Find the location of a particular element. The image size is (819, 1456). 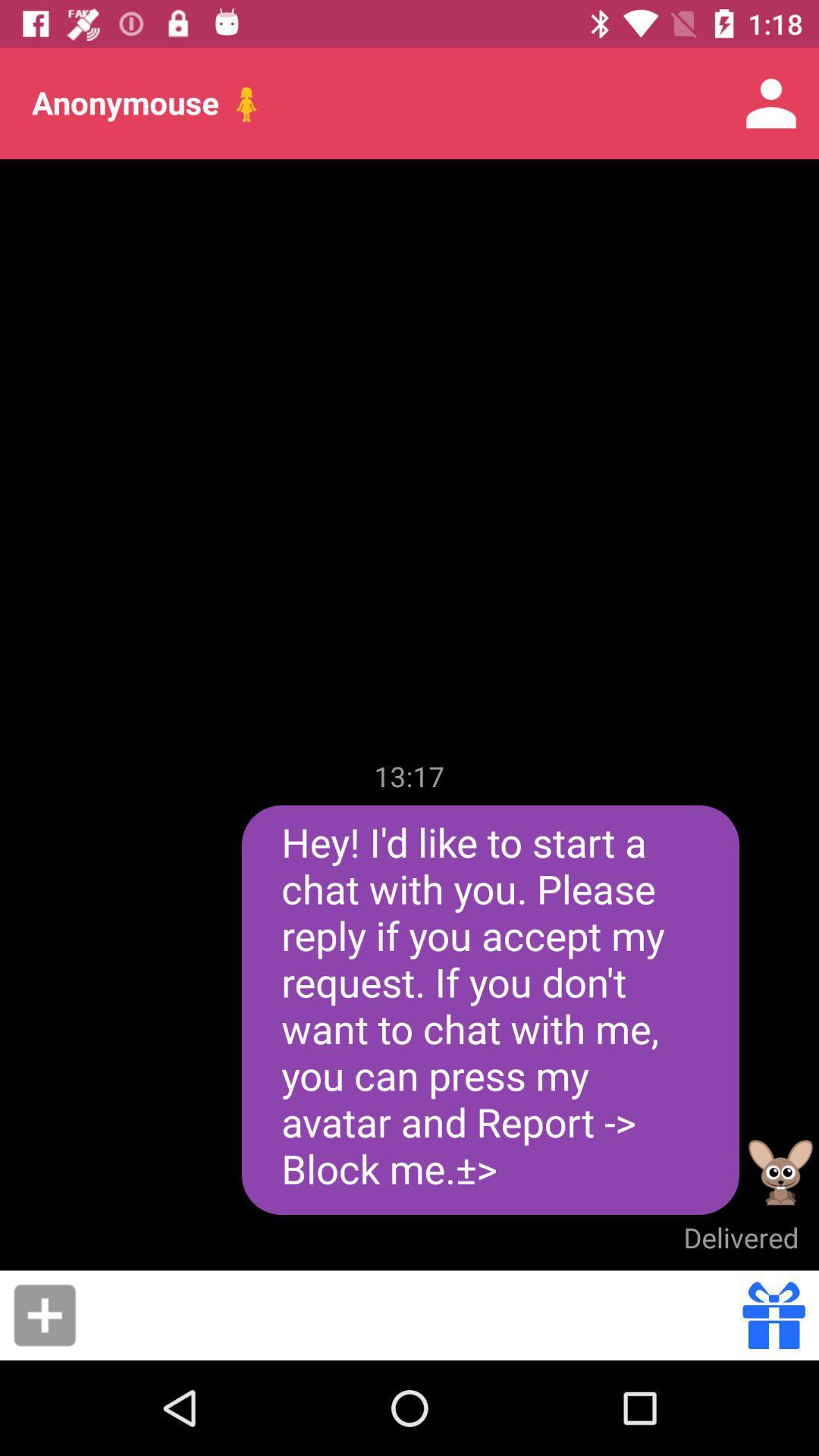

send gift is located at coordinates (773, 1314).